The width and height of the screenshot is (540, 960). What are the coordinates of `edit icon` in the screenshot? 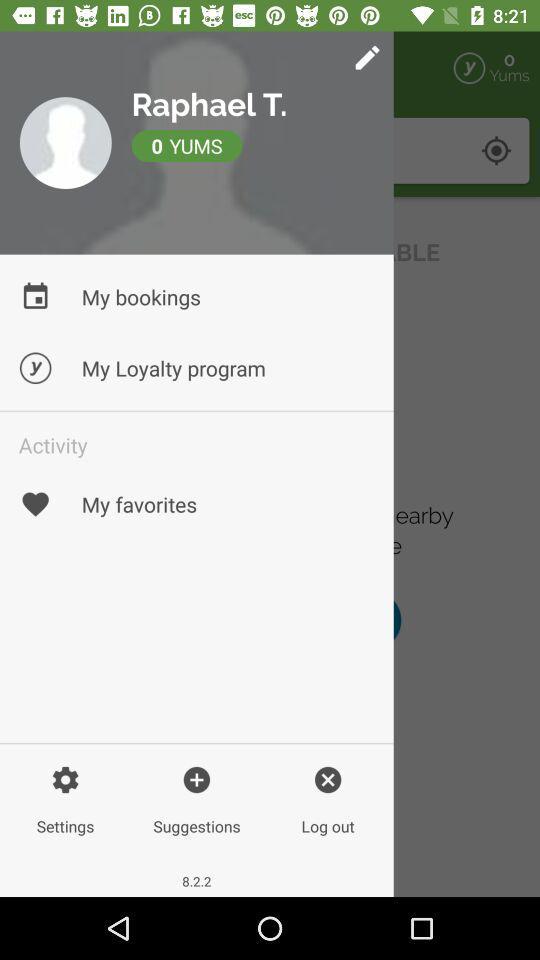 It's located at (268, 68).